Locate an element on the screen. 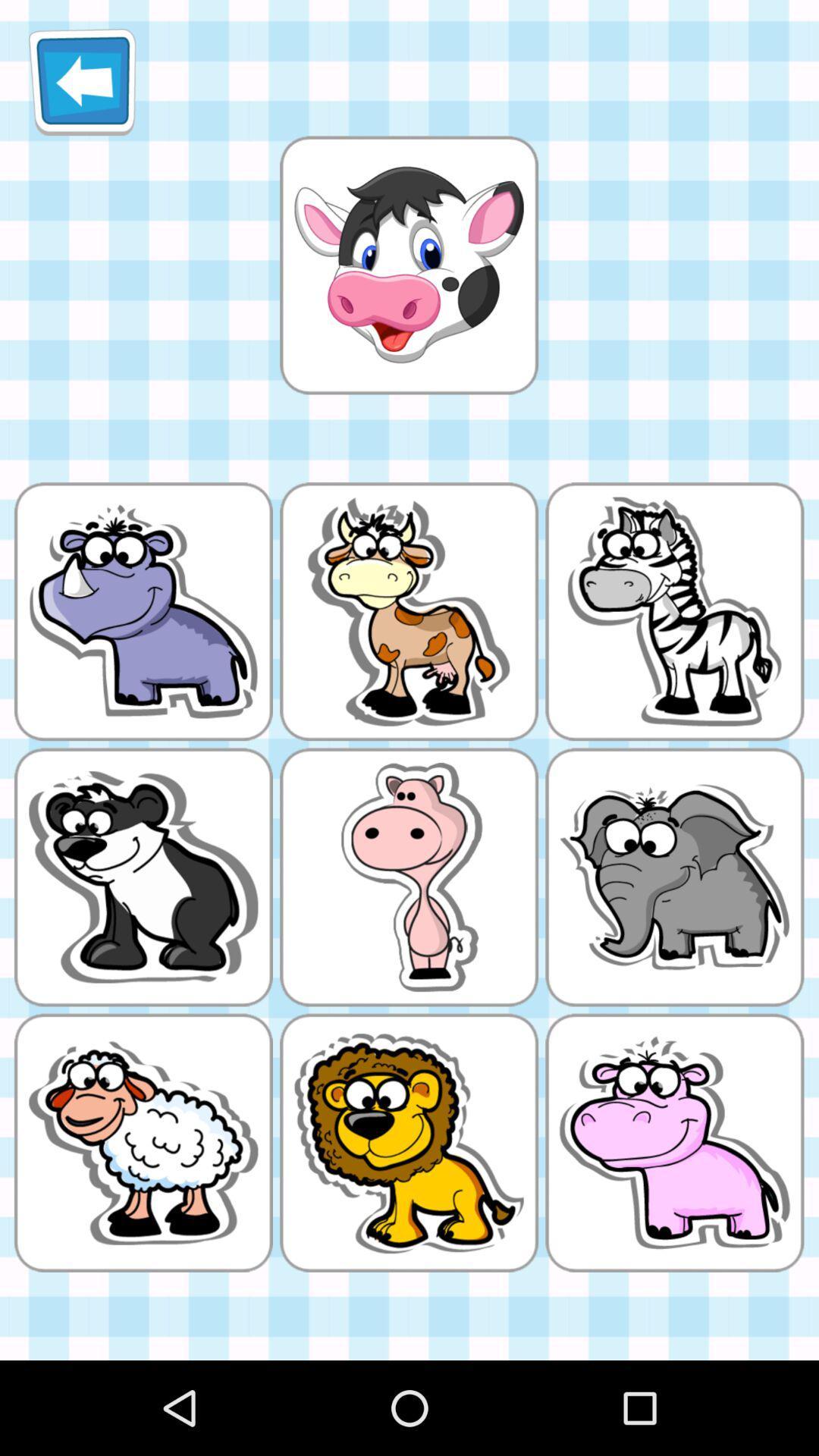 This screenshot has width=819, height=1456. item at the top left corner is located at coordinates (82, 81).